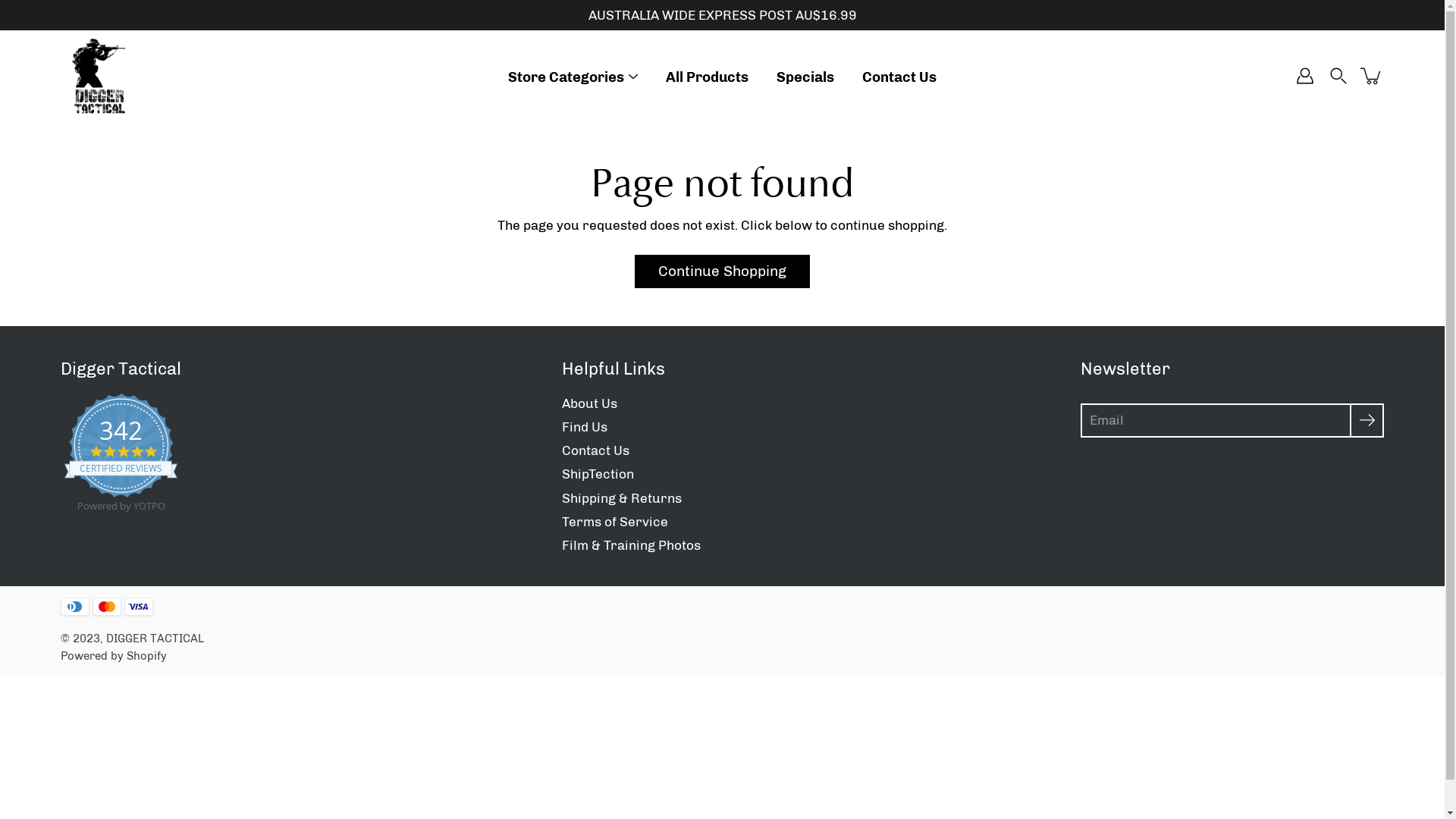 The image size is (1456, 819). Describe the element at coordinates (804, 77) in the screenshot. I see `'Specials'` at that location.